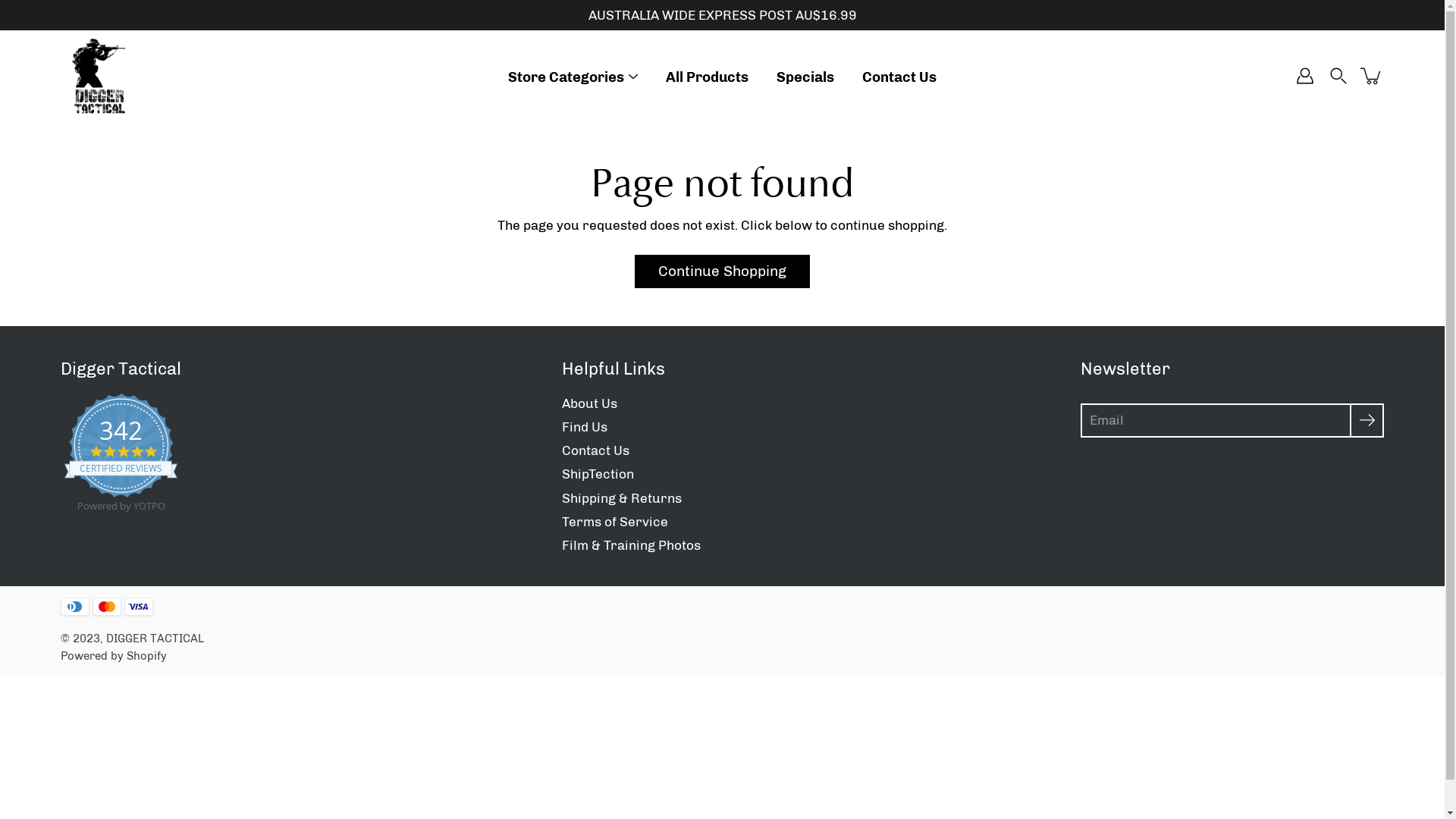 The image size is (1456, 819). Describe the element at coordinates (804, 77) in the screenshot. I see `'Specials'` at that location.